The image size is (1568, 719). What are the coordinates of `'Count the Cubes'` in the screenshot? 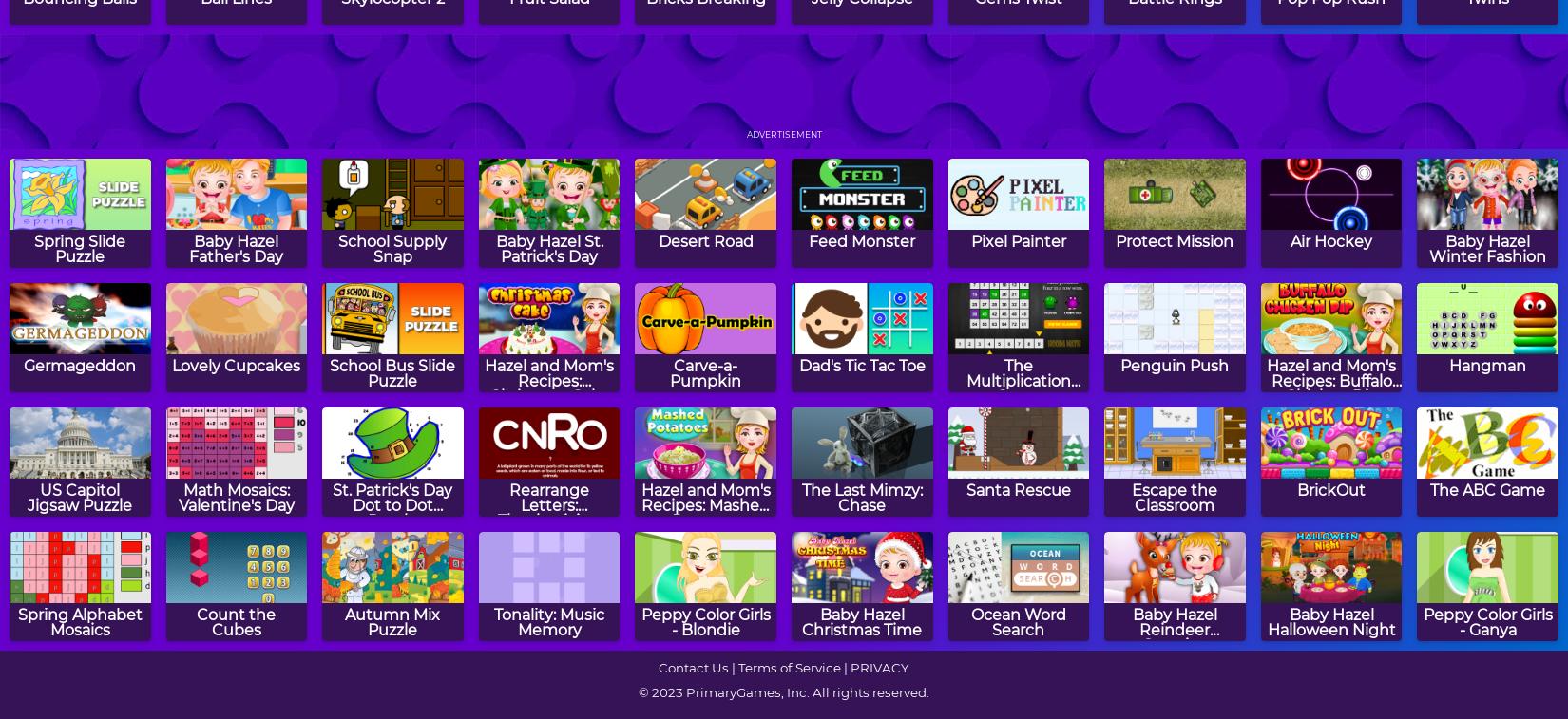 It's located at (197, 622).